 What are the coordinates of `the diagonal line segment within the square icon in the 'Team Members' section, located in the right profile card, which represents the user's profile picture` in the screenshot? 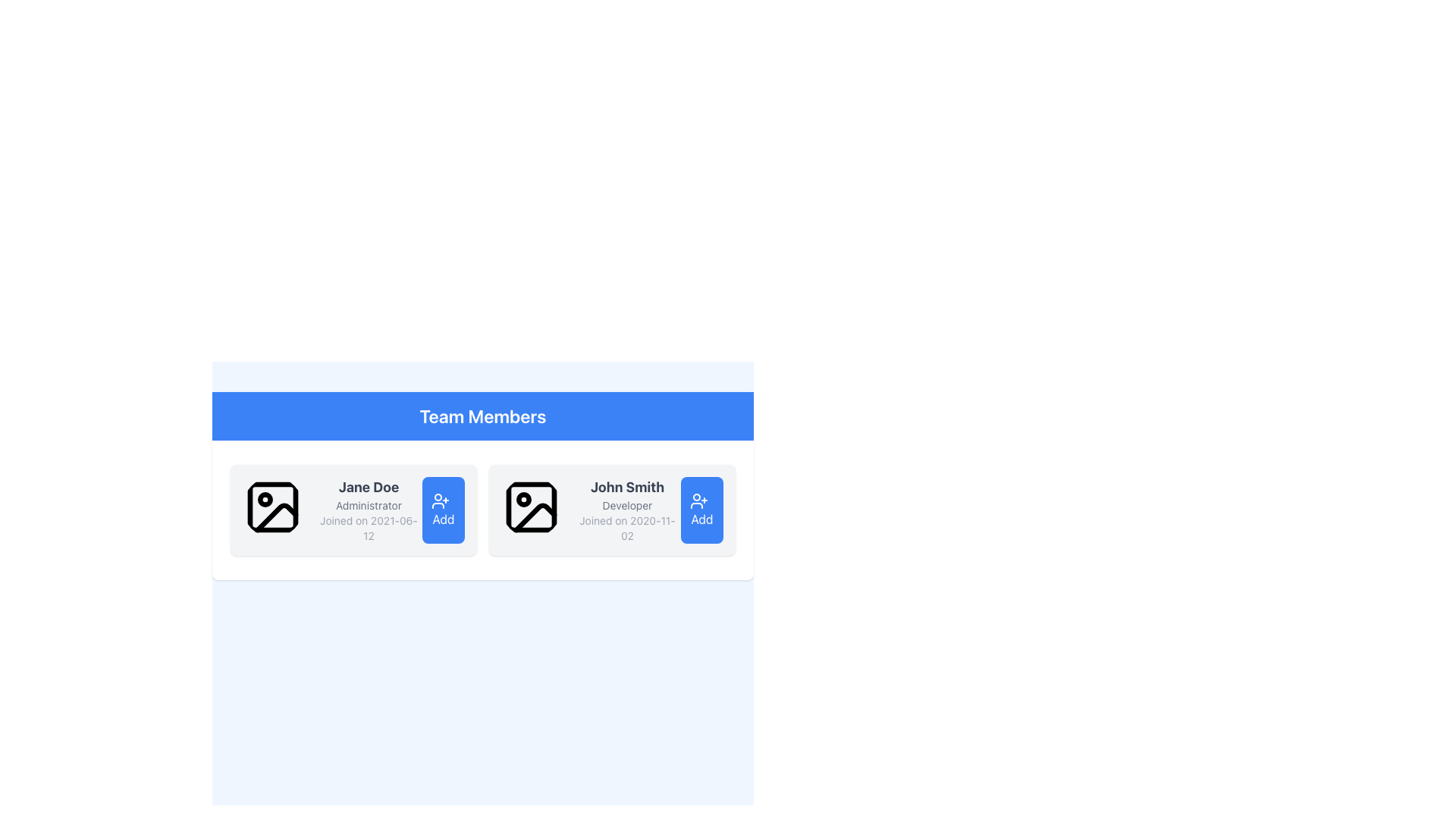 It's located at (535, 516).